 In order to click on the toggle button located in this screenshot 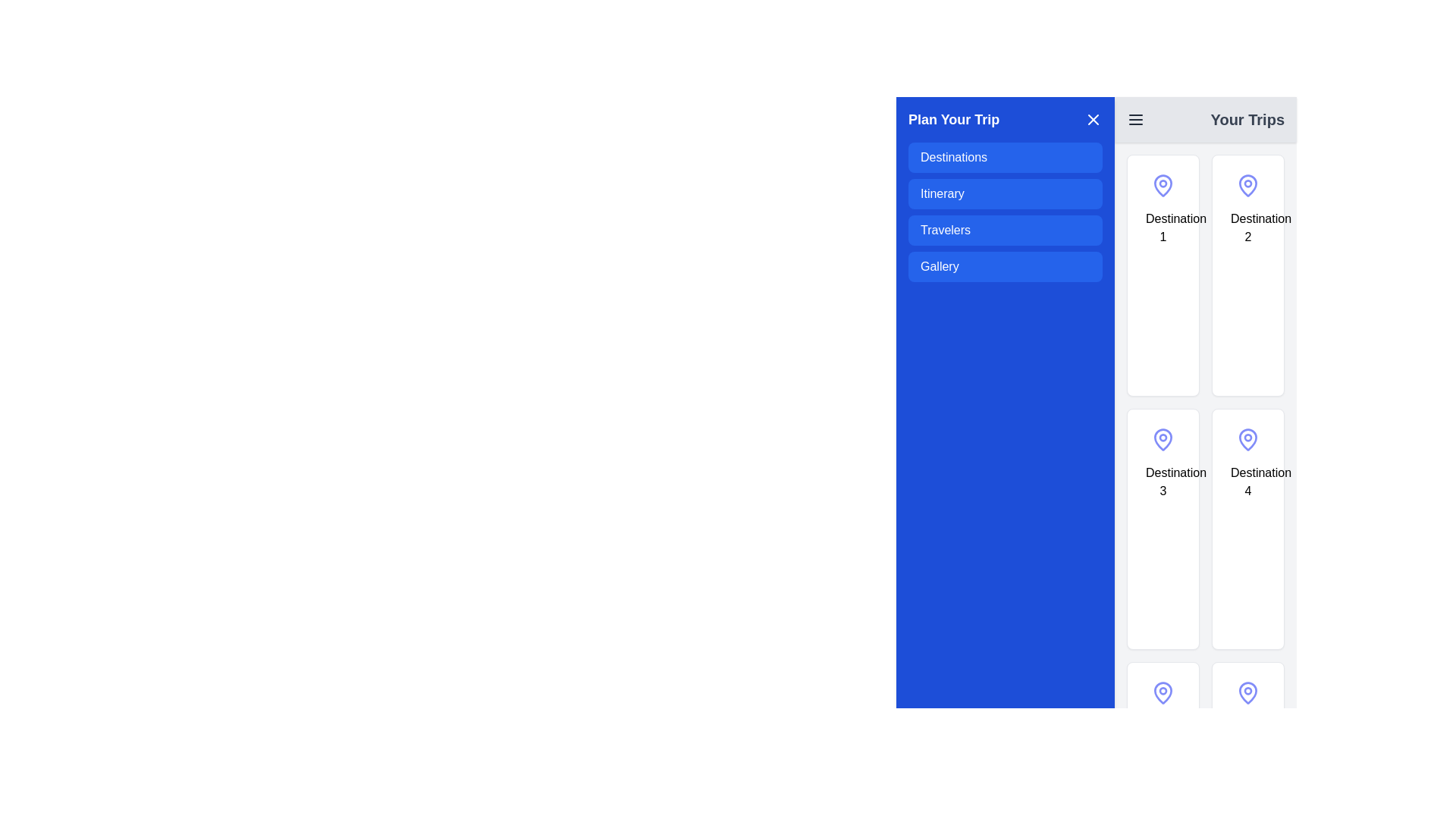, I will do `click(1135, 119)`.